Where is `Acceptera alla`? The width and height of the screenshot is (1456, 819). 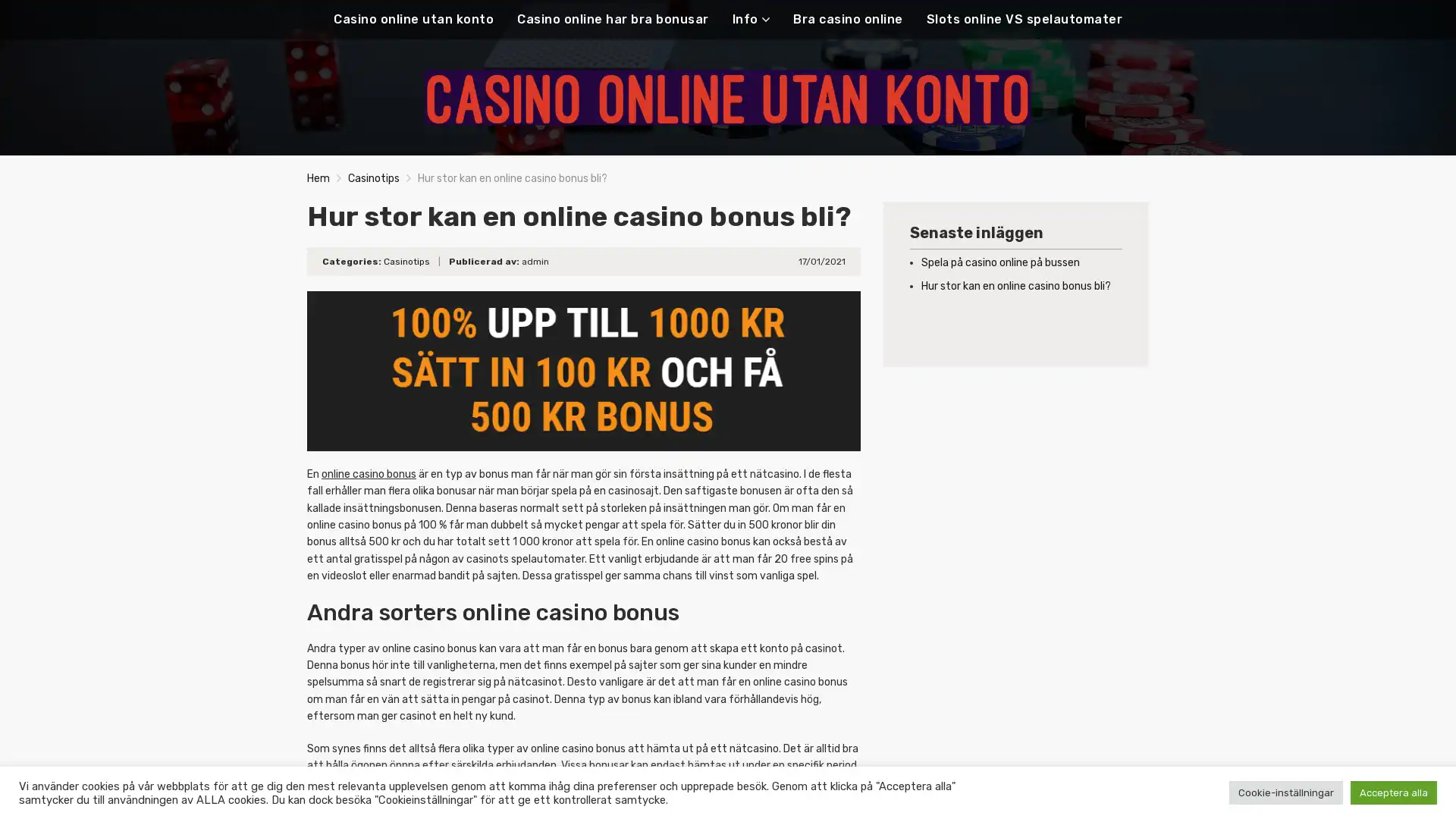 Acceptera alla is located at coordinates (1394, 792).